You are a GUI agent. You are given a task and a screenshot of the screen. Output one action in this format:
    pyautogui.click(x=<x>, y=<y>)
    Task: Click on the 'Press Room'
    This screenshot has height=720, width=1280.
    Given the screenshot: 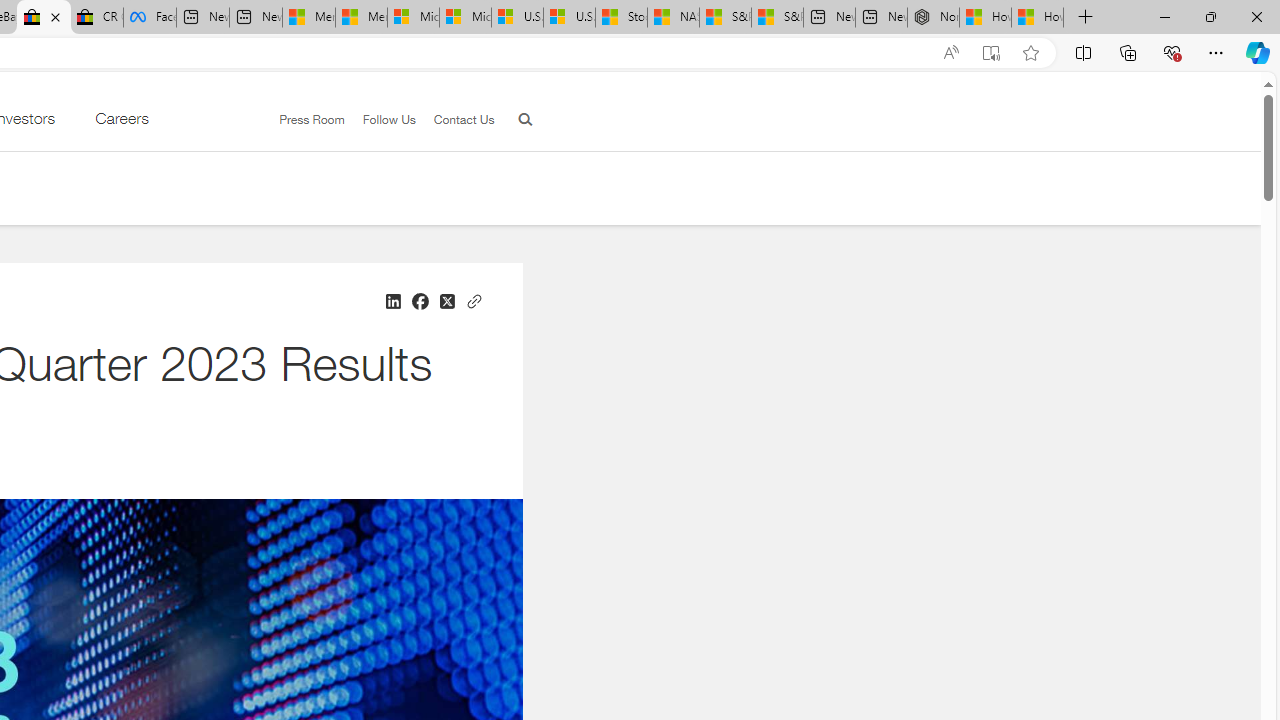 What is the action you would take?
    pyautogui.click(x=302, y=120)
    